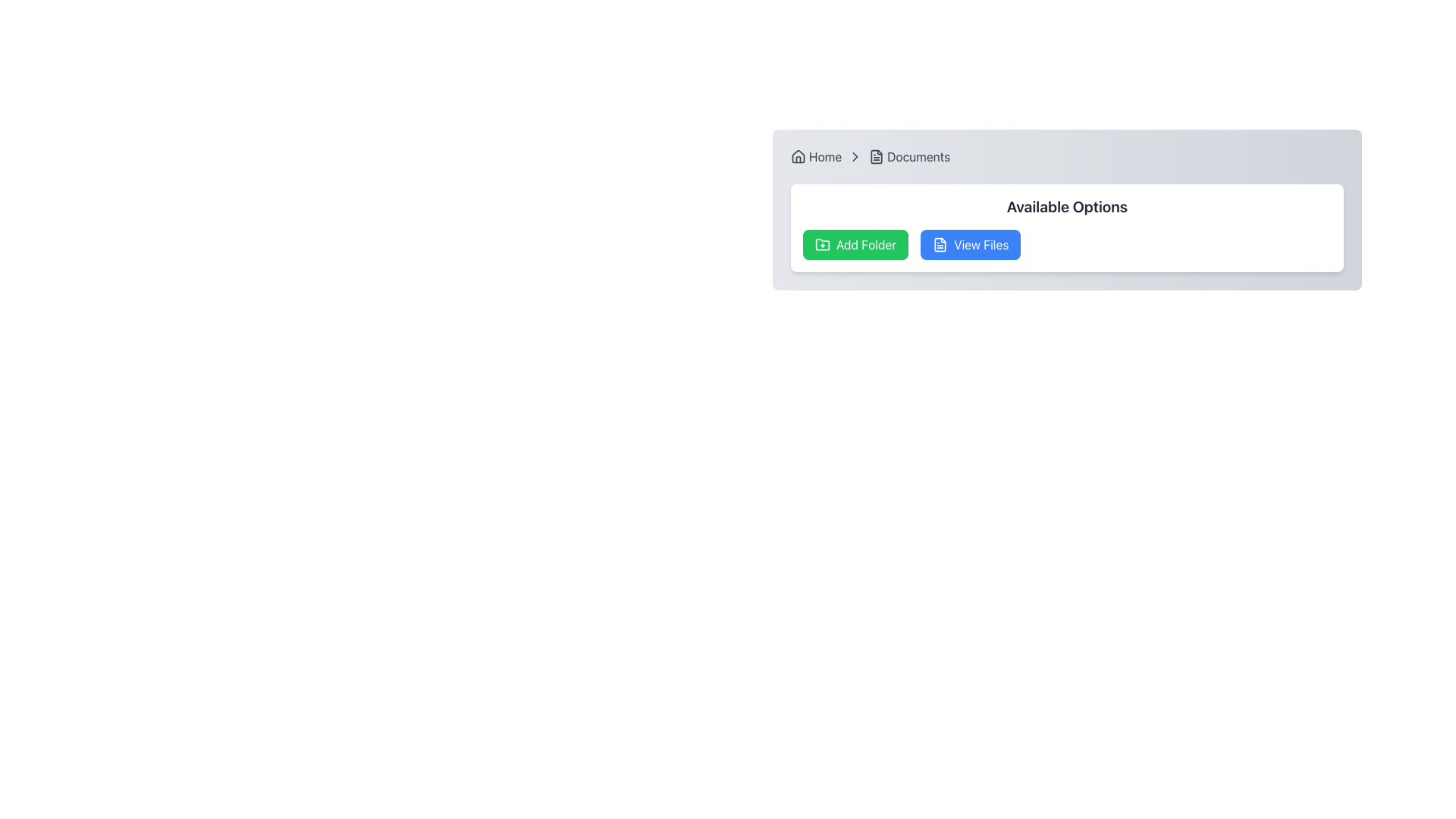  Describe the element at coordinates (918, 157) in the screenshot. I see `the 'Documents' breadcrumb link text, which is styled in medium gray and positioned at the far right of the breadcrumb navigation` at that location.